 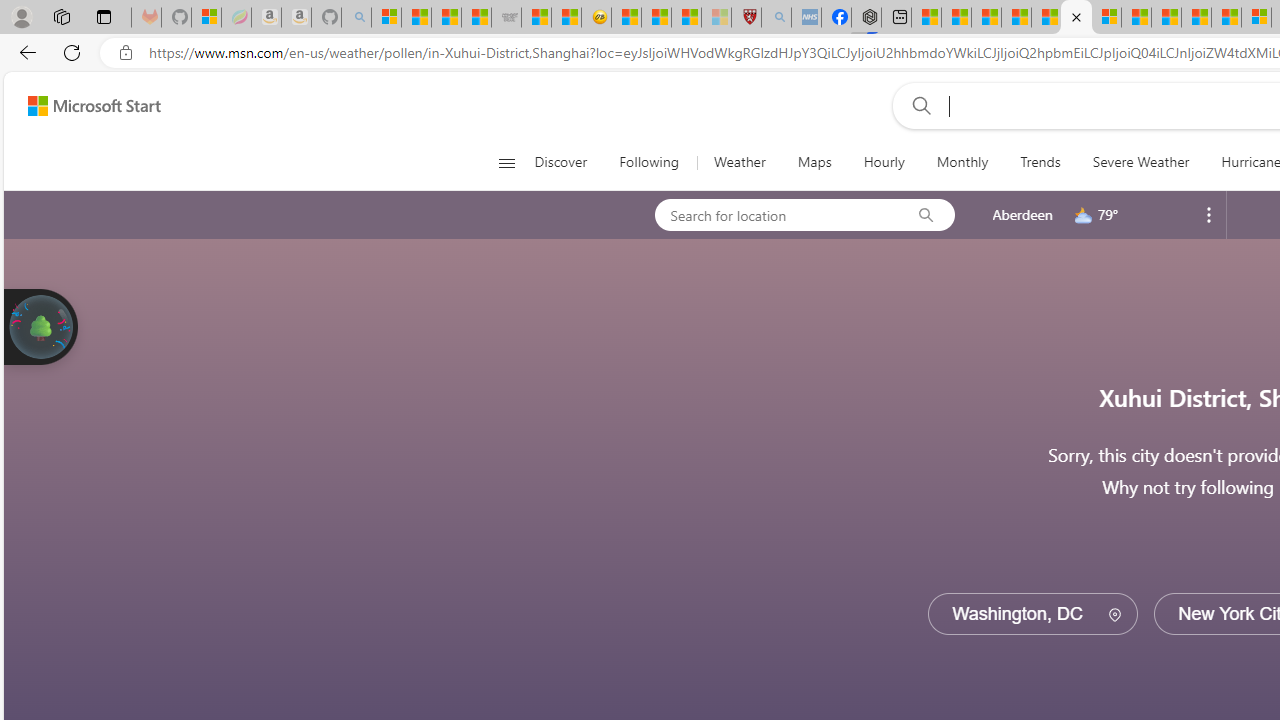 What do you see at coordinates (1141, 162) in the screenshot?
I see `'Severe Weather'` at bounding box center [1141, 162].